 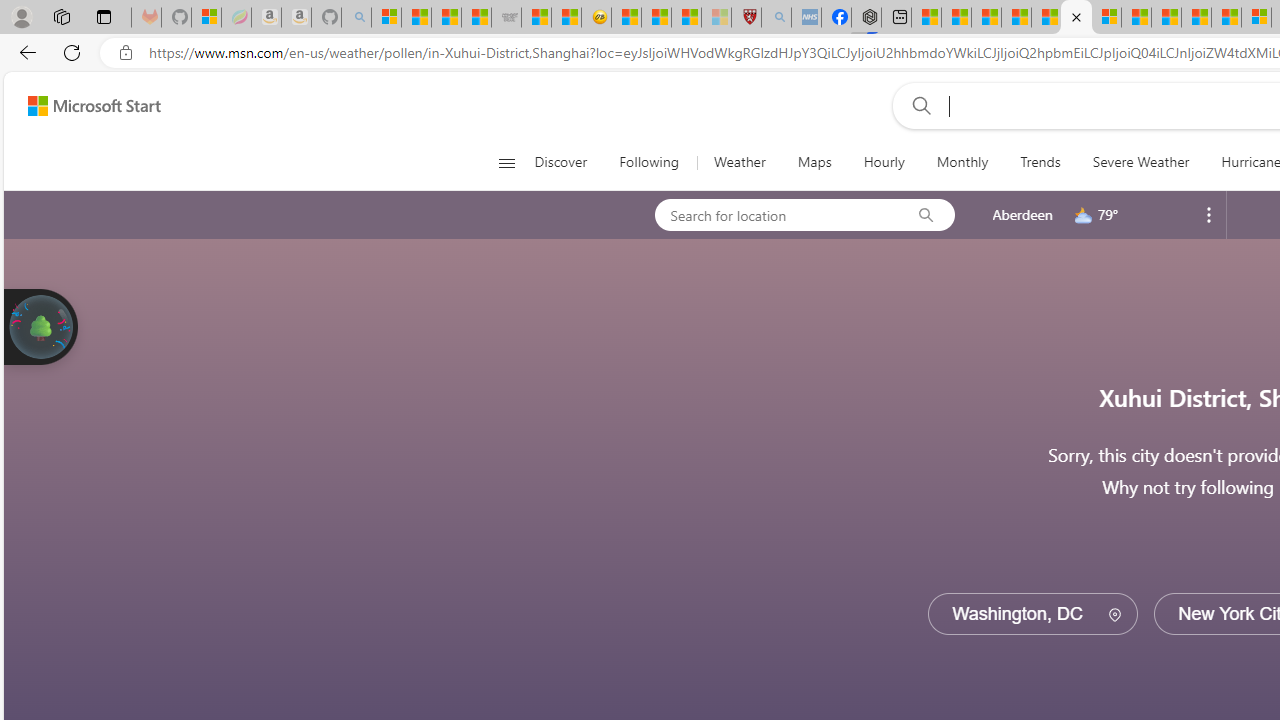 What do you see at coordinates (1141, 162) in the screenshot?
I see `'Severe Weather'` at bounding box center [1141, 162].